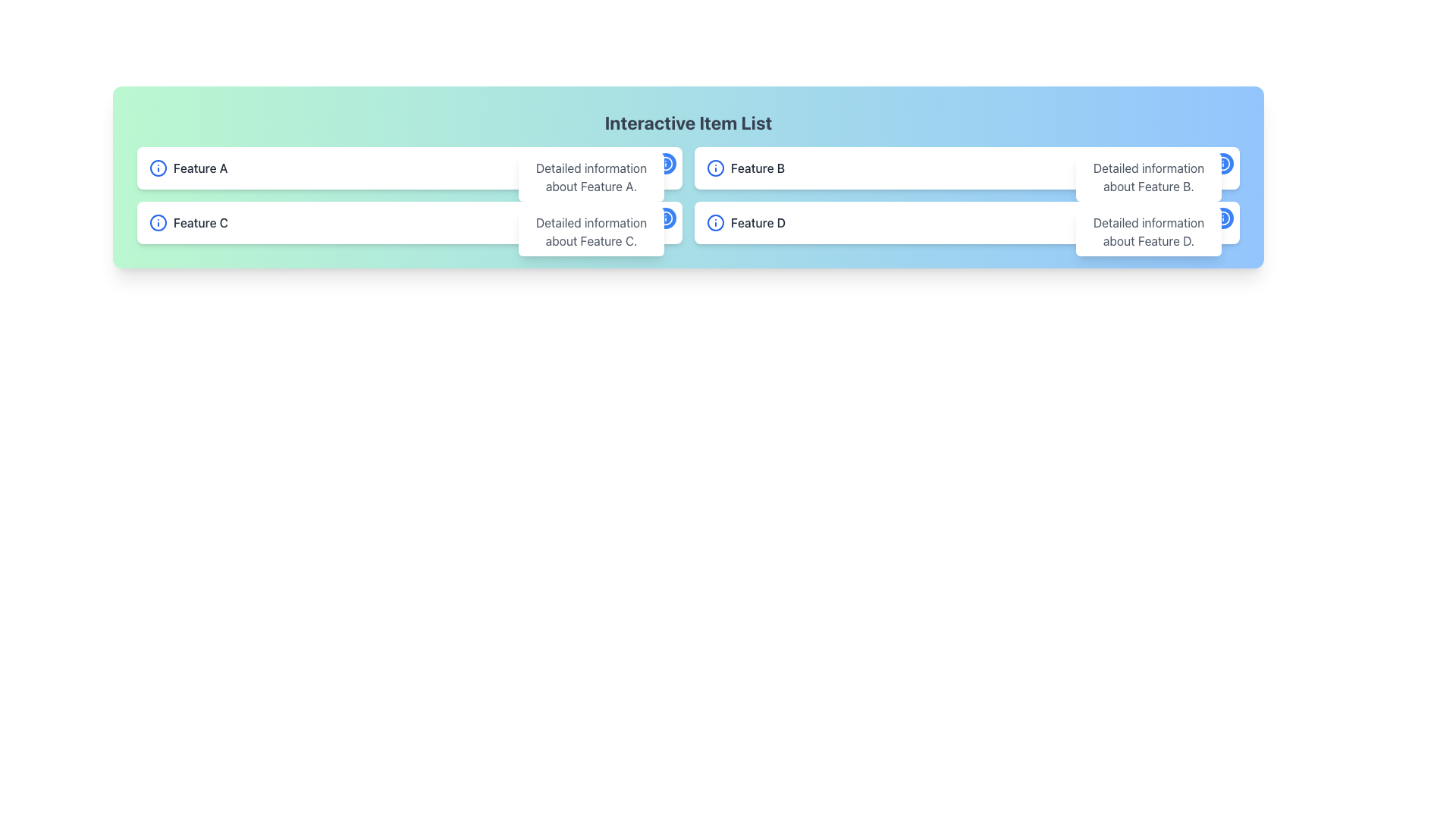  What do you see at coordinates (666, 218) in the screenshot?
I see `the rightmost information icon in the row related to 'Detailed information about Feature D'` at bounding box center [666, 218].